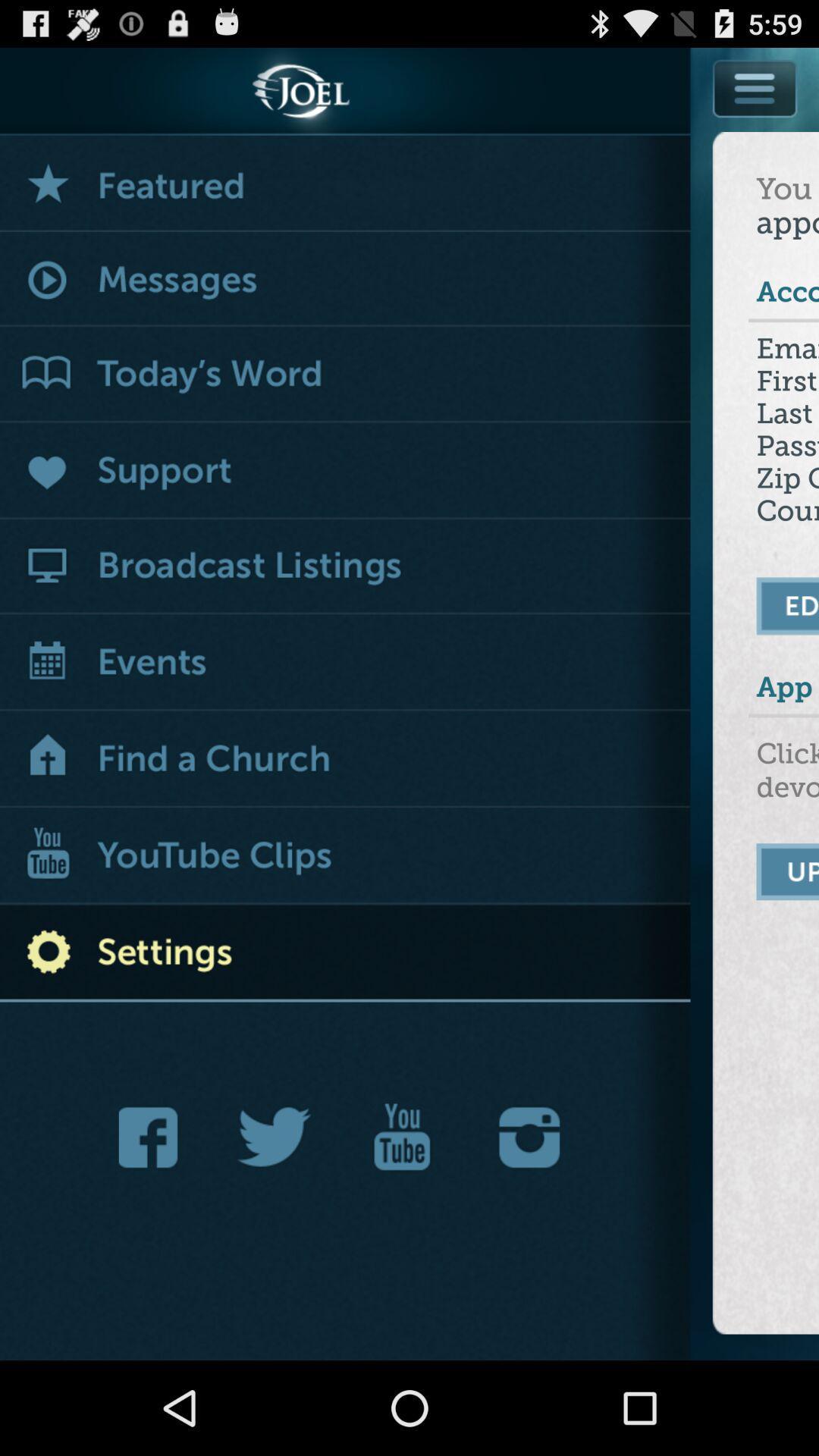 The height and width of the screenshot is (1456, 819). Describe the element at coordinates (275, 1217) in the screenshot. I see `the twitter icon` at that location.